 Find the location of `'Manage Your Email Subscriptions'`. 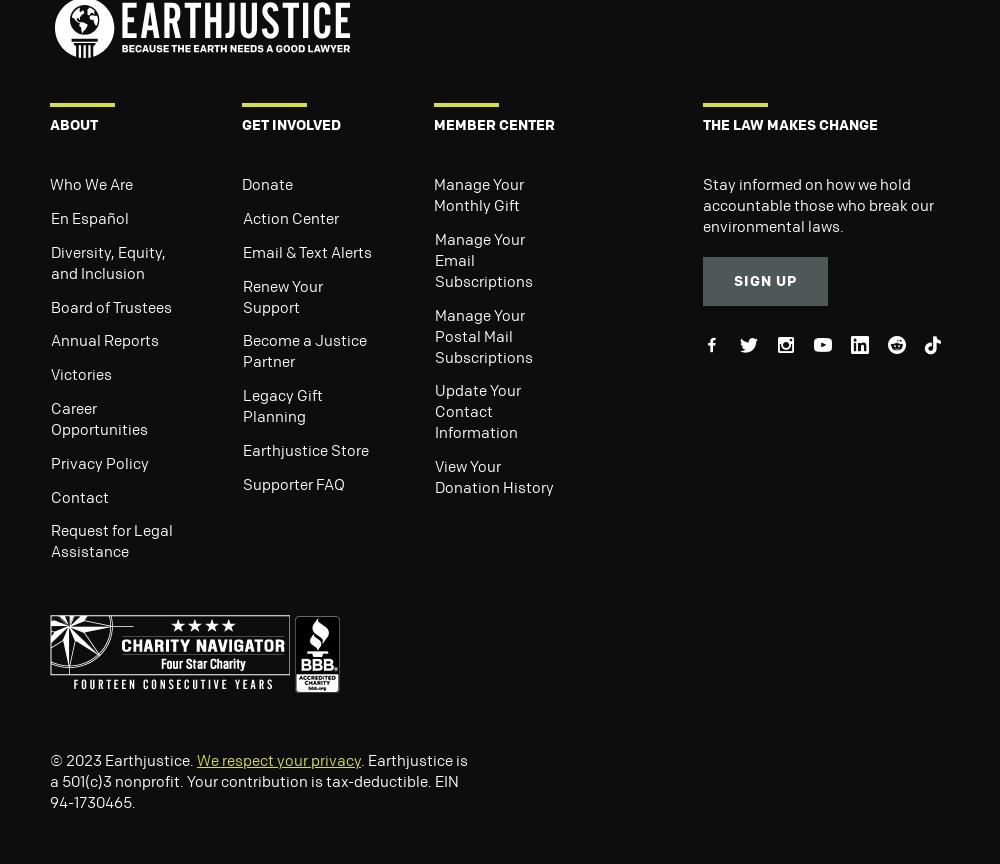

'Manage Your Email Subscriptions' is located at coordinates (483, 259).